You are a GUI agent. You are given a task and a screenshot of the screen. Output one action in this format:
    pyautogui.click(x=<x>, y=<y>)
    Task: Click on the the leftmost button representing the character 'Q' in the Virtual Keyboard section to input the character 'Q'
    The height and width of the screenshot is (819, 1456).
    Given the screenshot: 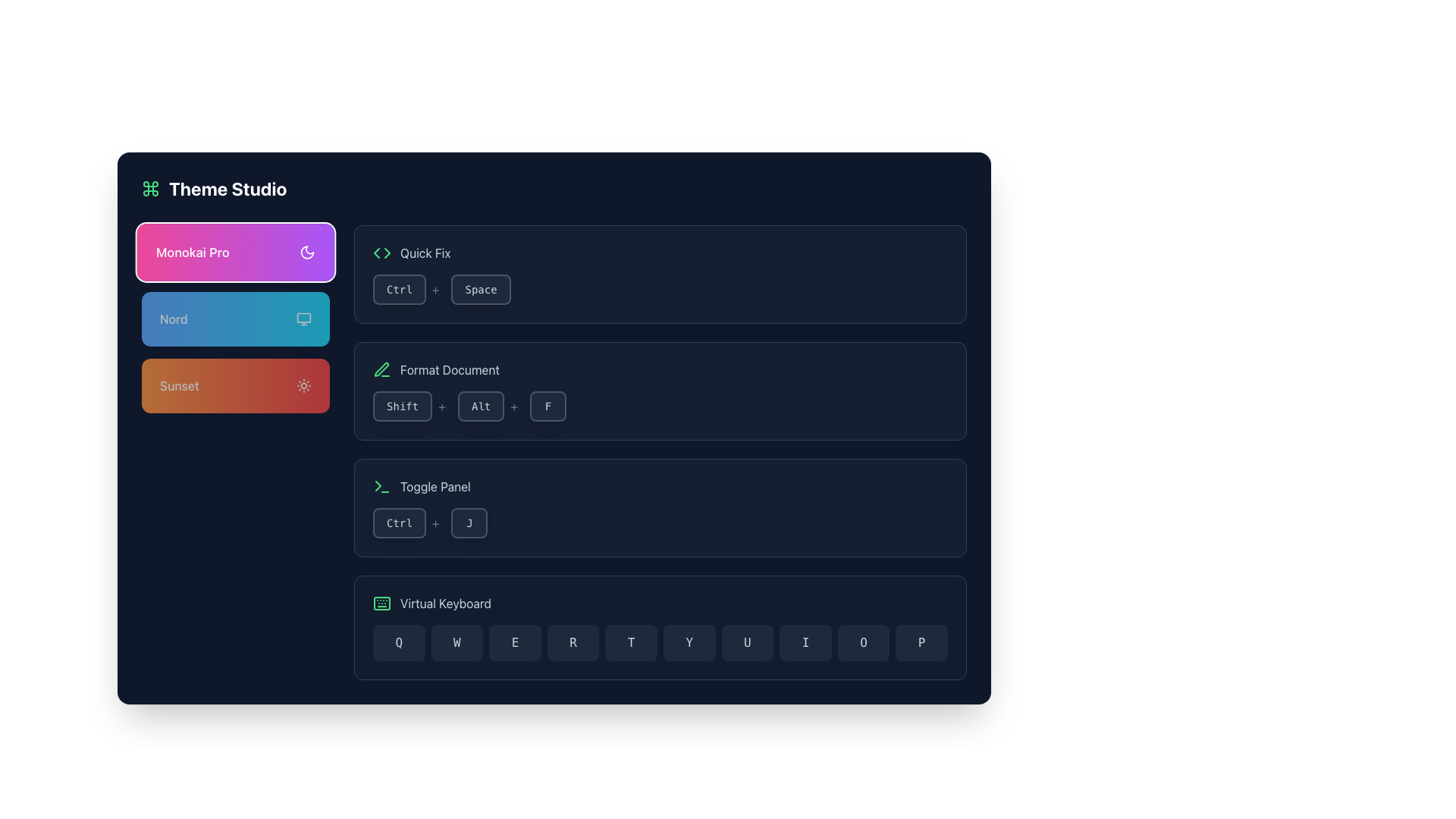 What is the action you would take?
    pyautogui.click(x=399, y=643)
    